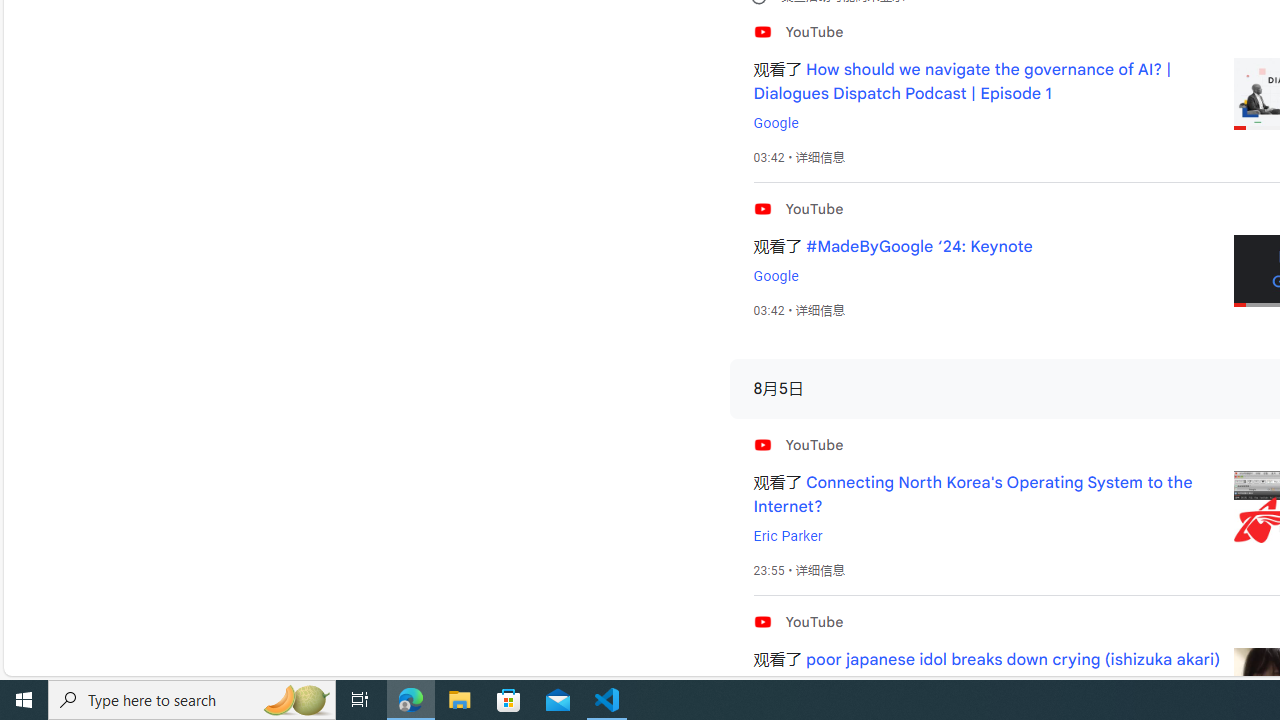 This screenshot has height=720, width=1280. Describe the element at coordinates (786, 535) in the screenshot. I see `'Eric Parker'` at that location.